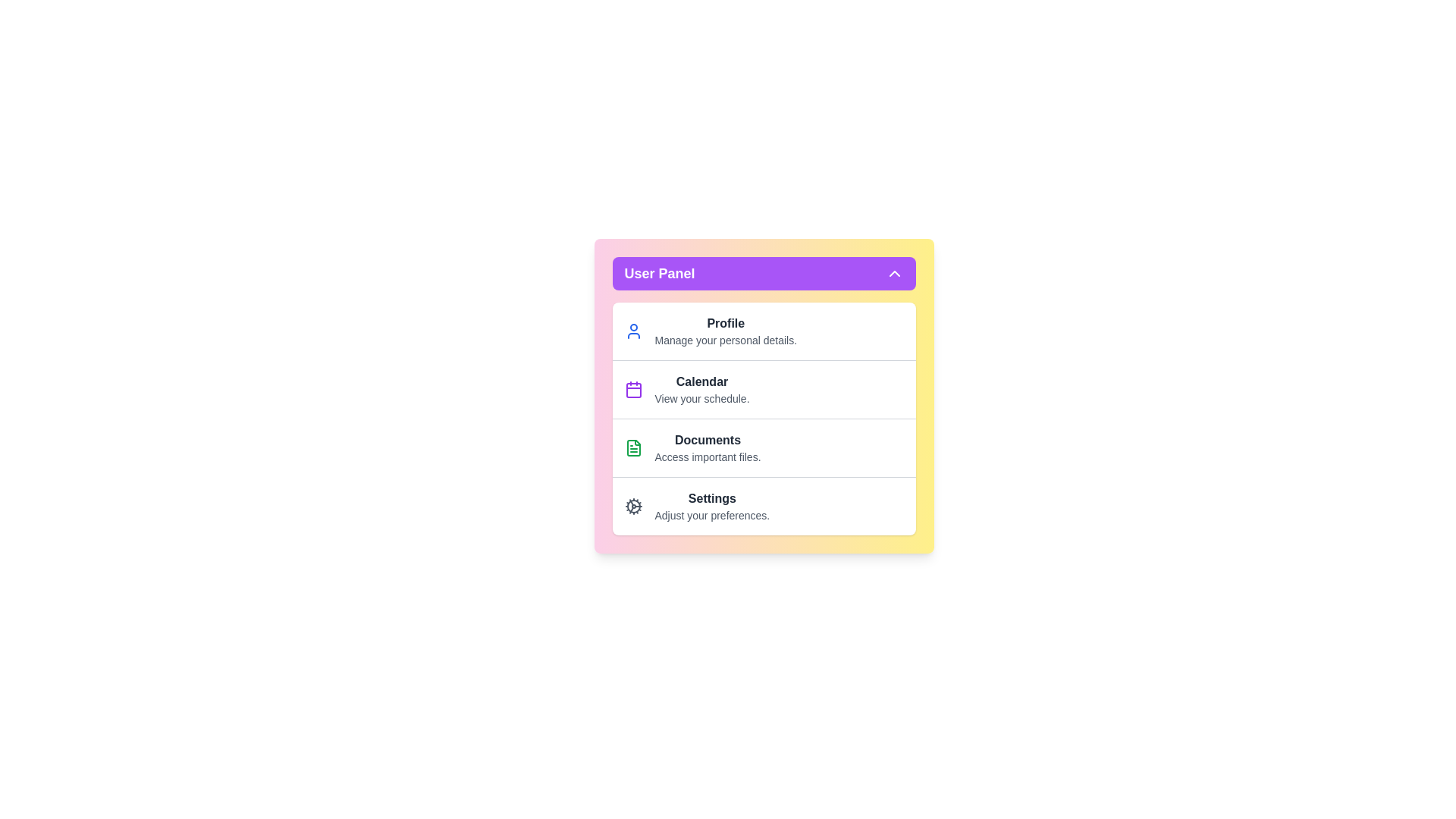 The width and height of the screenshot is (1456, 819). What do you see at coordinates (633, 330) in the screenshot?
I see `user profile SVG icon located in the 'Profile' section of the user panel, which is styled in blue and positioned to the left of the text 'Profile'` at bounding box center [633, 330].